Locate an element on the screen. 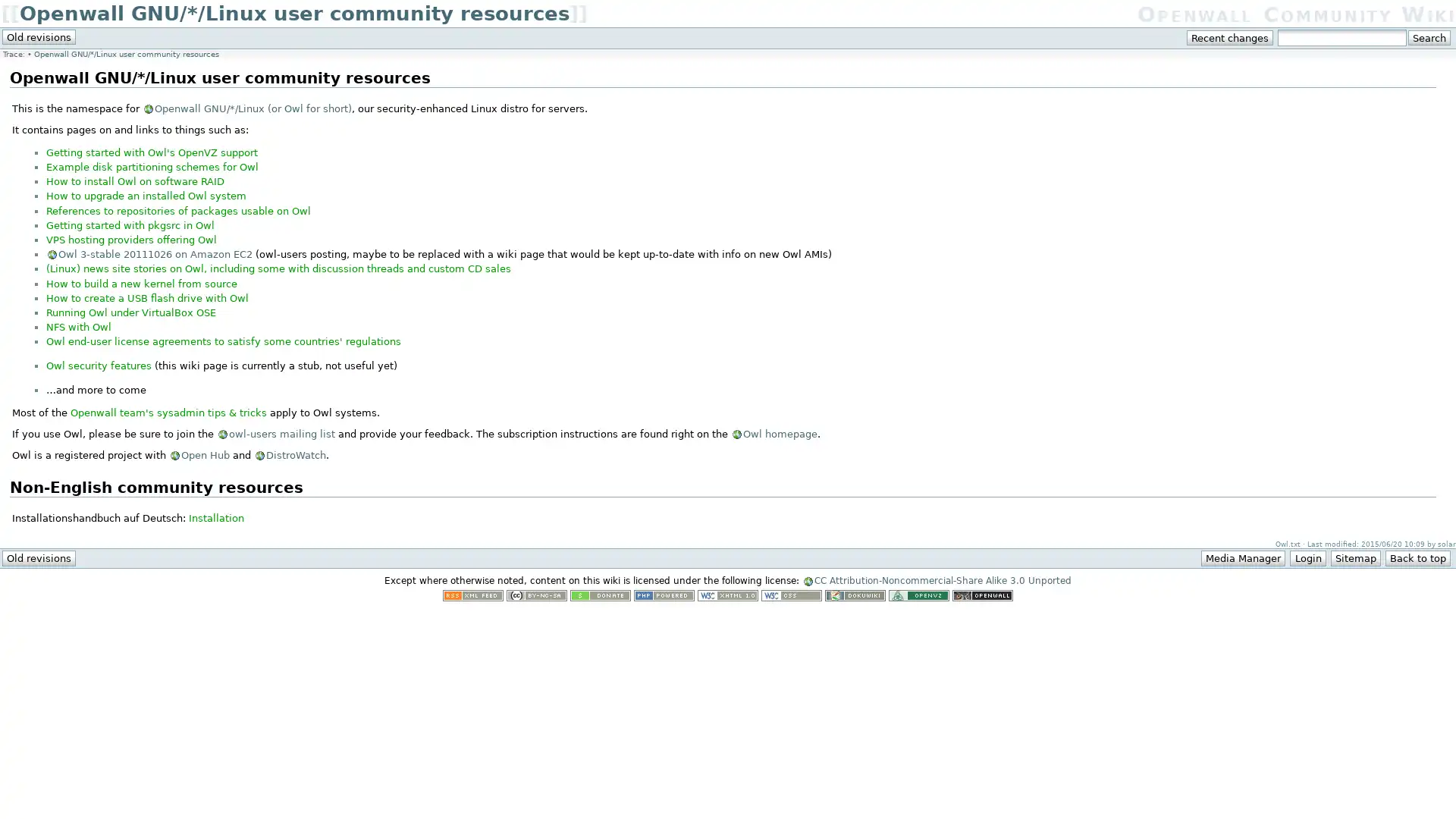 The width and height of the screenshot is (1456, 819). Sitemap is located at coordinates (1354, 558).